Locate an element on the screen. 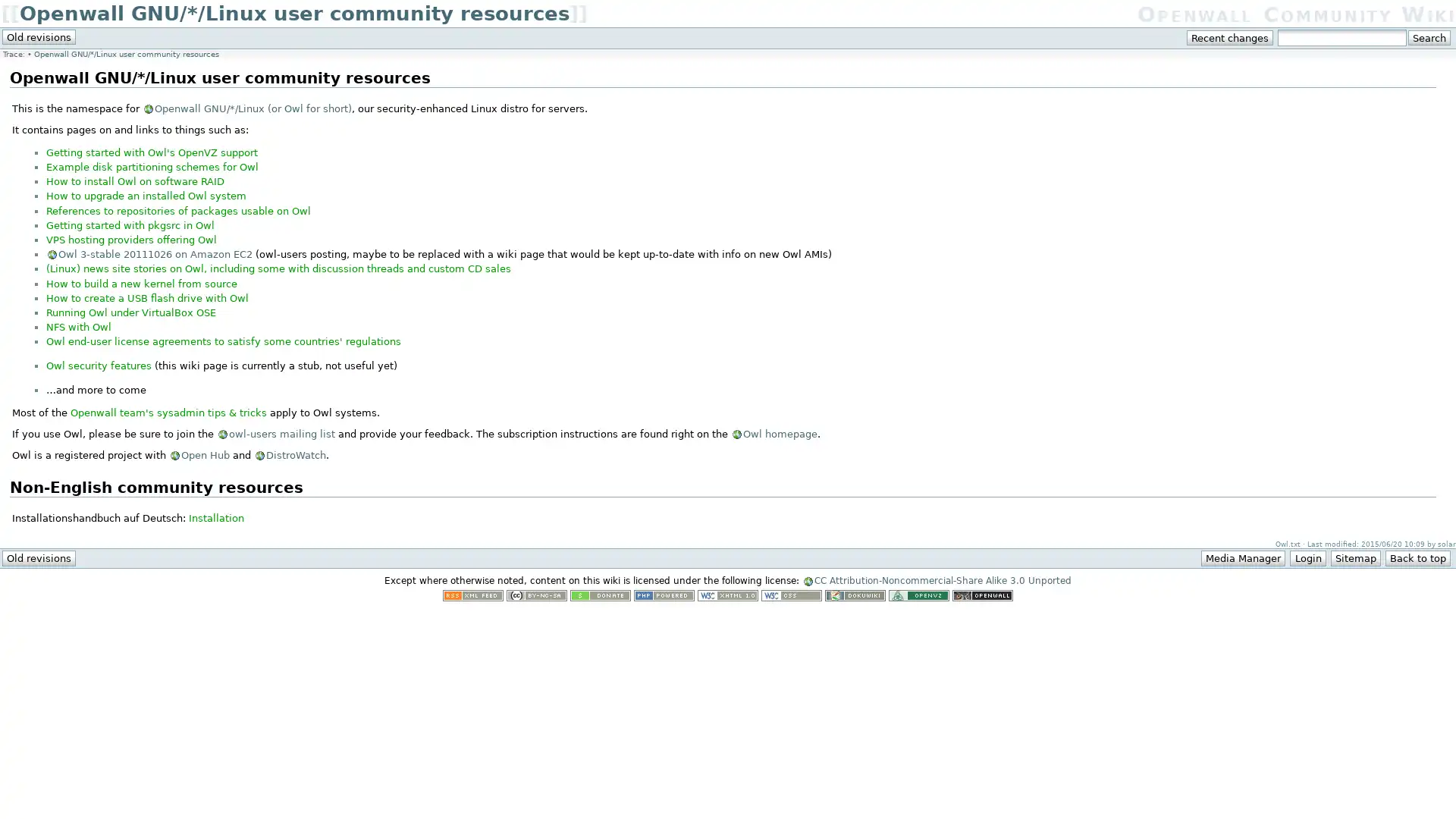 The width and height of the screenshot is (1456, 819). Sitemap is located at coordinates (1354, 558).